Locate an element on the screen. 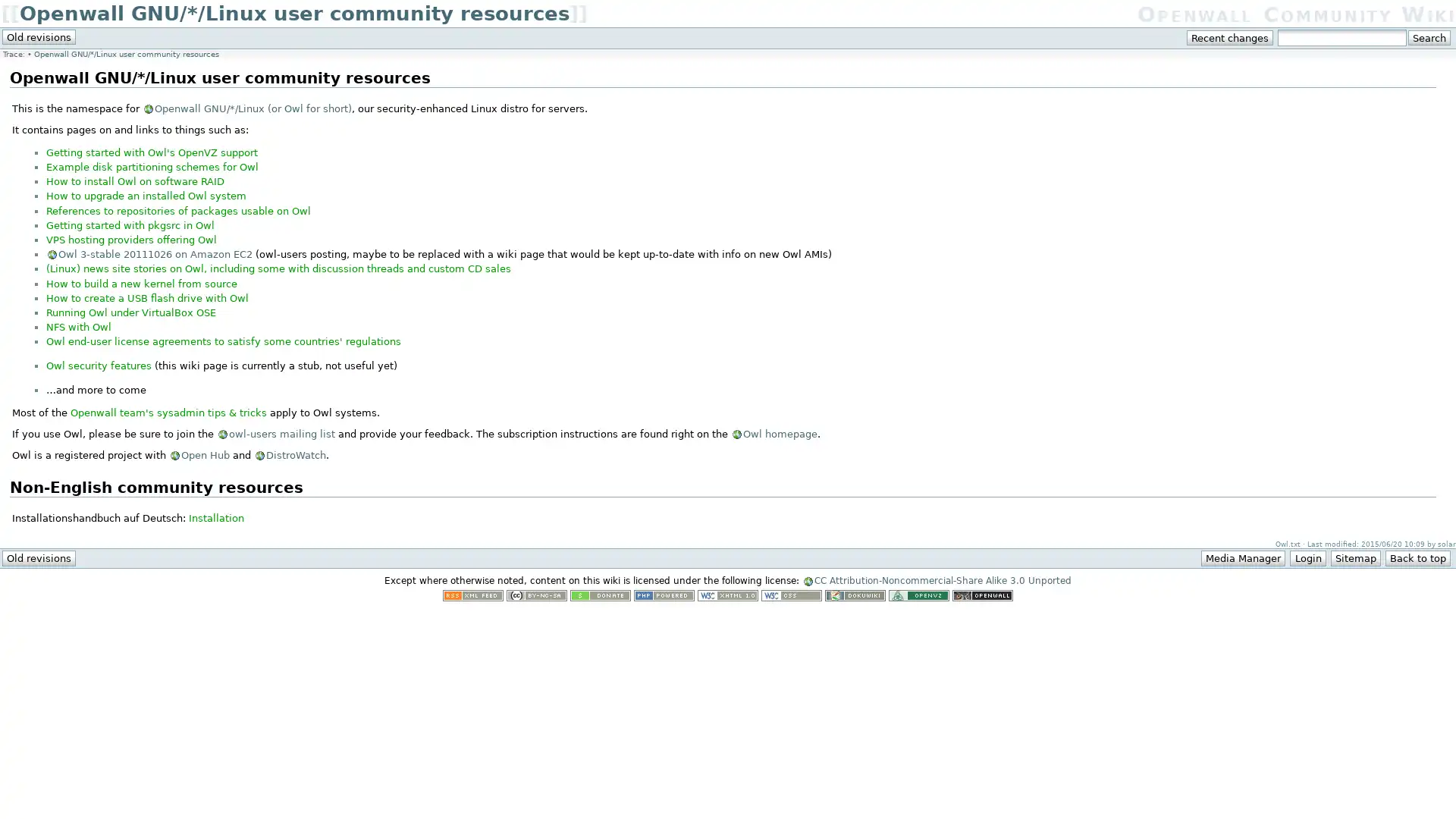 The width and height of the screenshot is (1456, 819). Sitemap is located at coordinates (1354, 558).